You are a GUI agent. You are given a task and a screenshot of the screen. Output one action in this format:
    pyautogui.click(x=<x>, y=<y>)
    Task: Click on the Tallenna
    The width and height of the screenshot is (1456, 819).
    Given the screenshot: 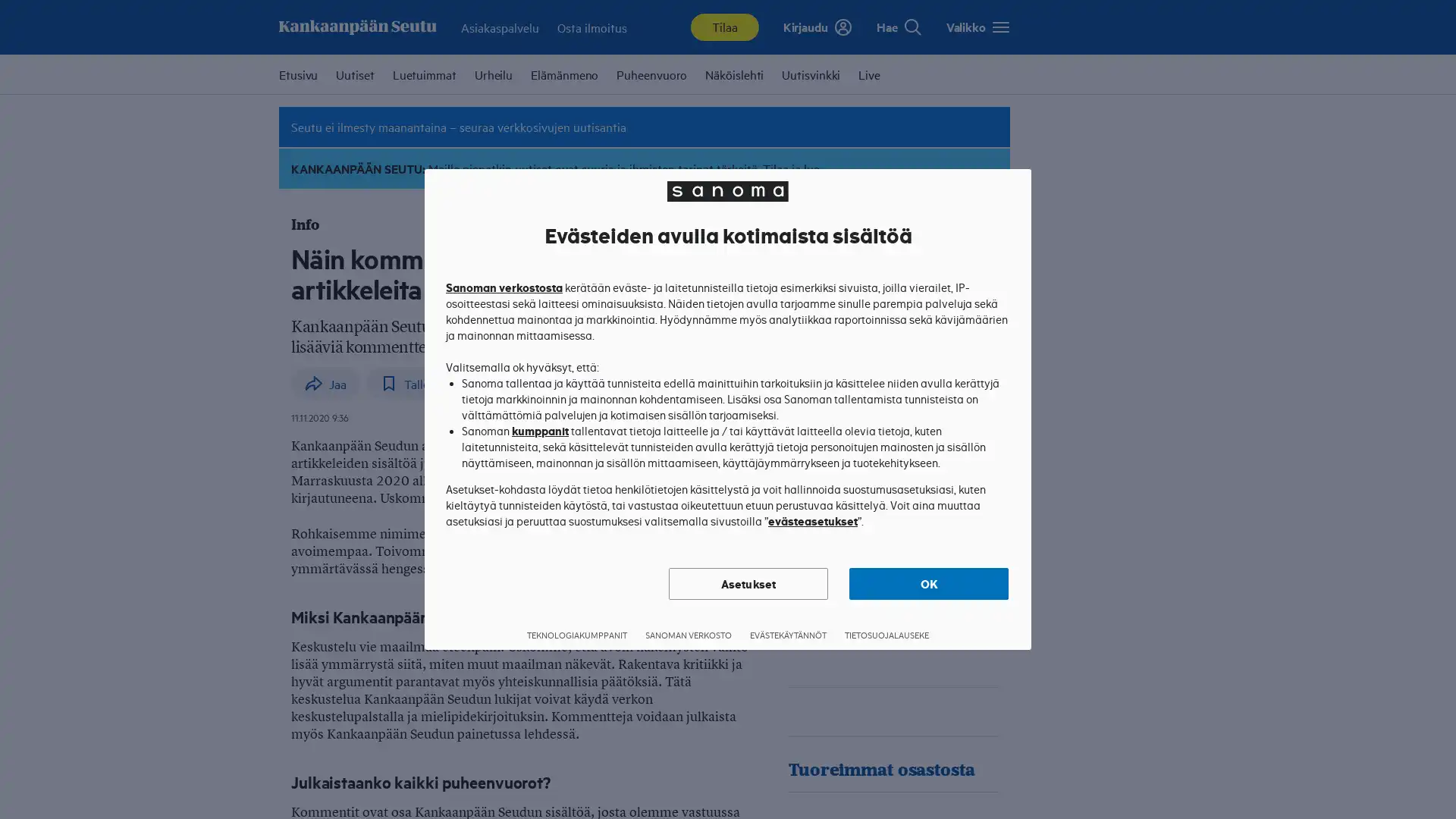 What is the action you would take?
    pyautogui.click(x=414, y=382)
    